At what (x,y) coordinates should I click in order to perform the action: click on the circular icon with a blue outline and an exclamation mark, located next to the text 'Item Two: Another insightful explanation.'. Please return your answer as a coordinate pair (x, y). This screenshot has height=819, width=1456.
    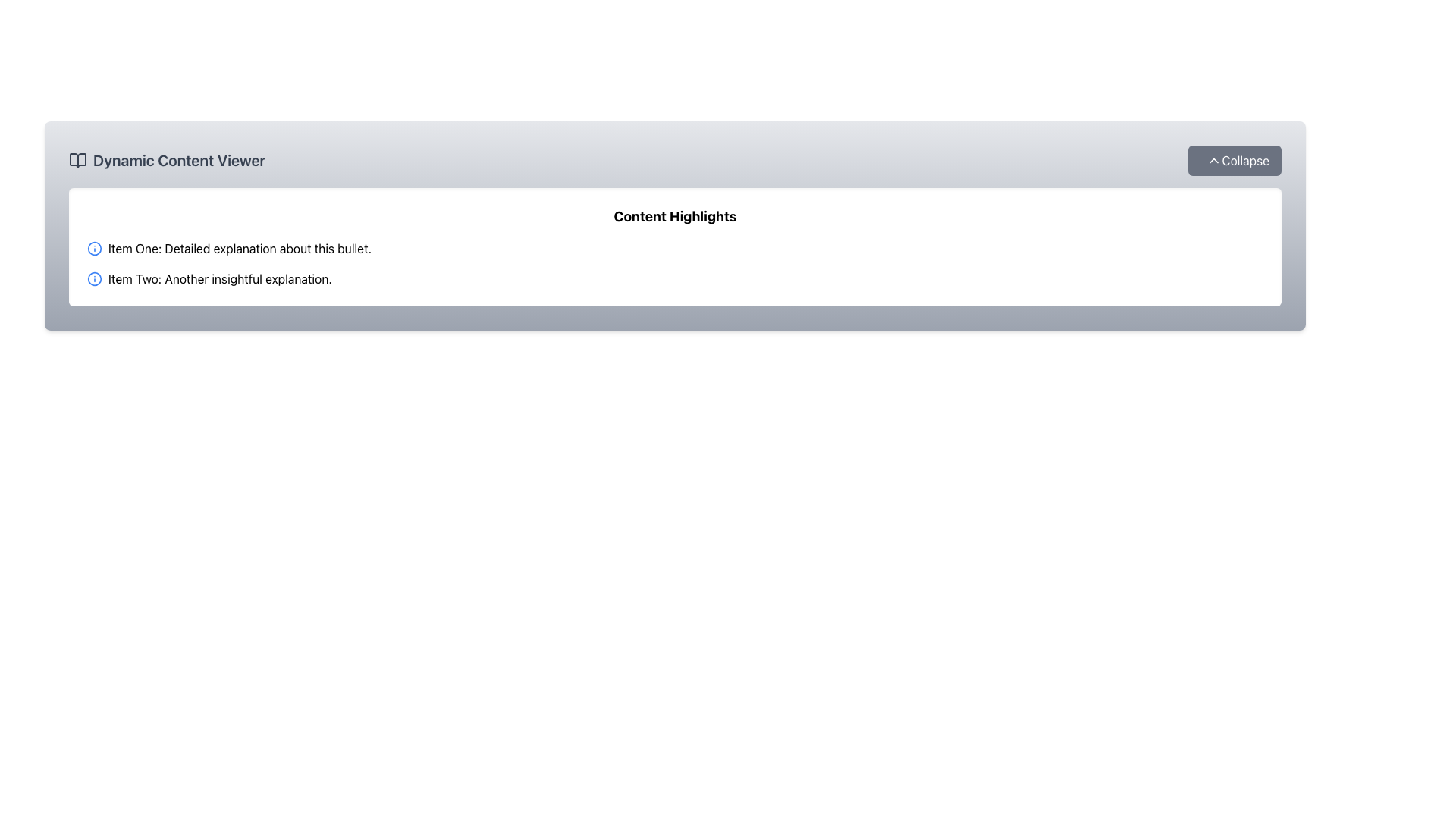
    Looking at the image, I should click on (93, 278).